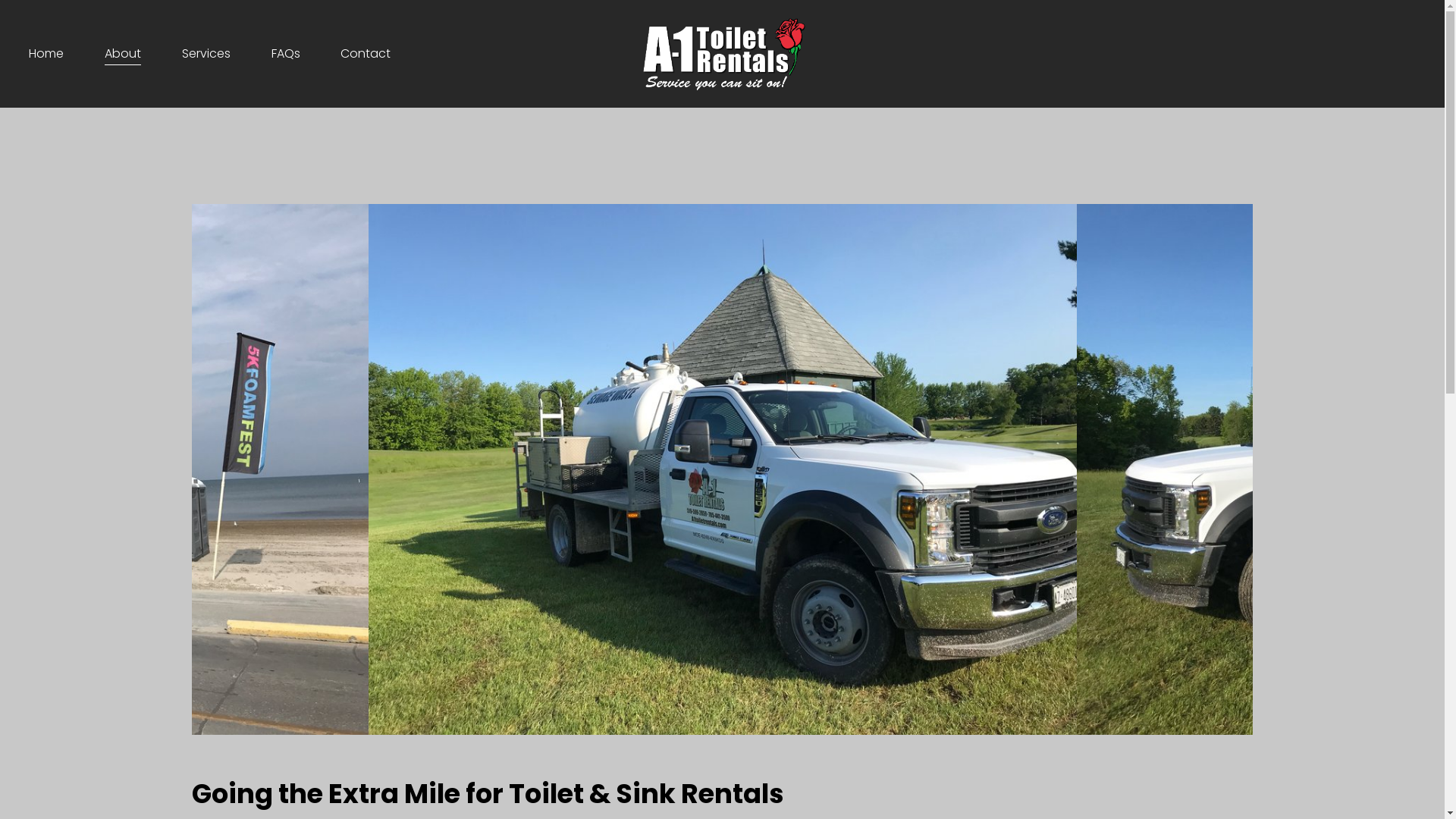 The image size is (1456, 819). What do you see at coordinates (206, 52) in the screenshot?
I see `'Services'` at bounding box center [206, 52].